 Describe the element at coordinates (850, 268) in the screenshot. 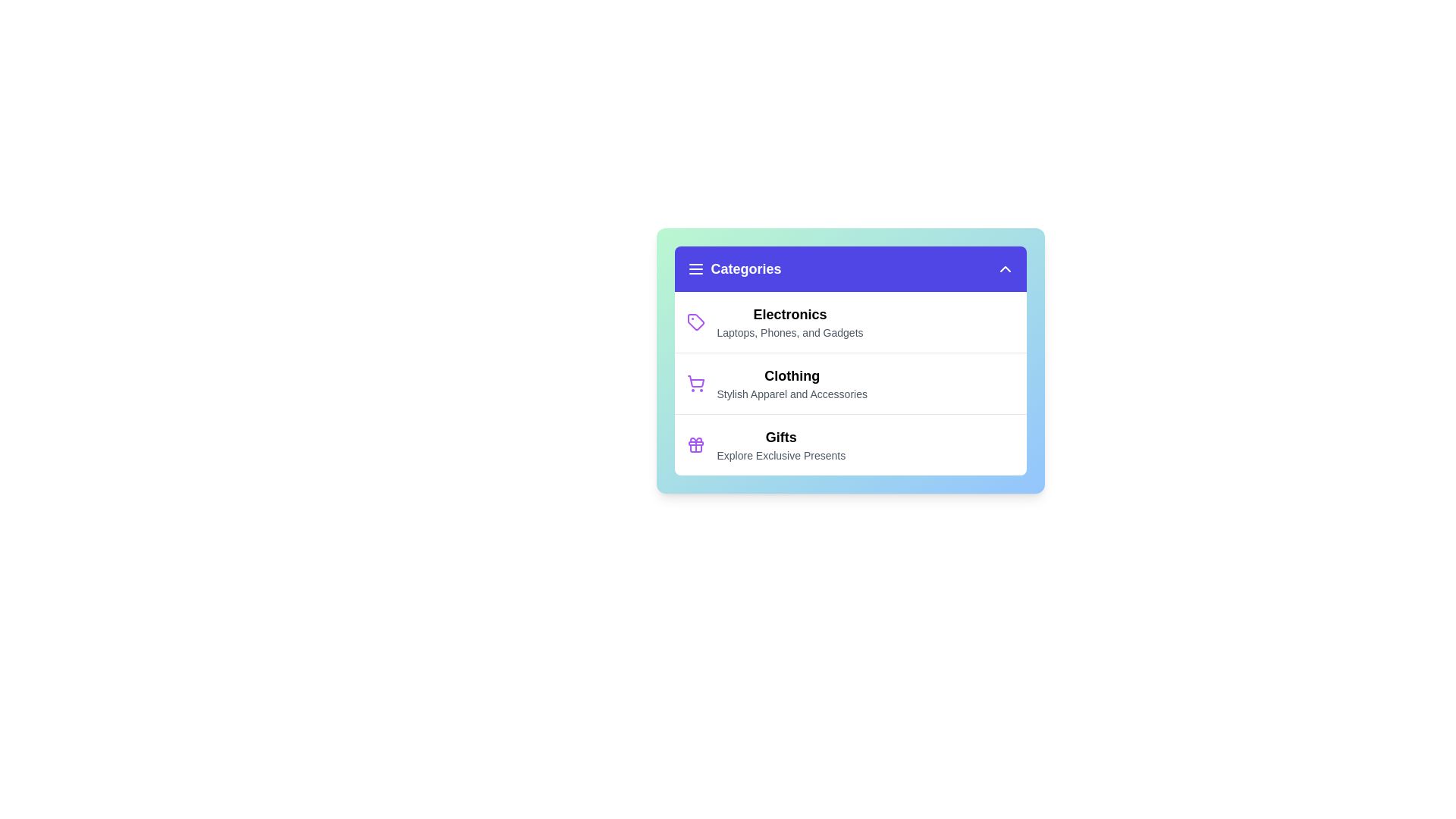

I see `the header of the menu to toggle its open or closed state` at that location.